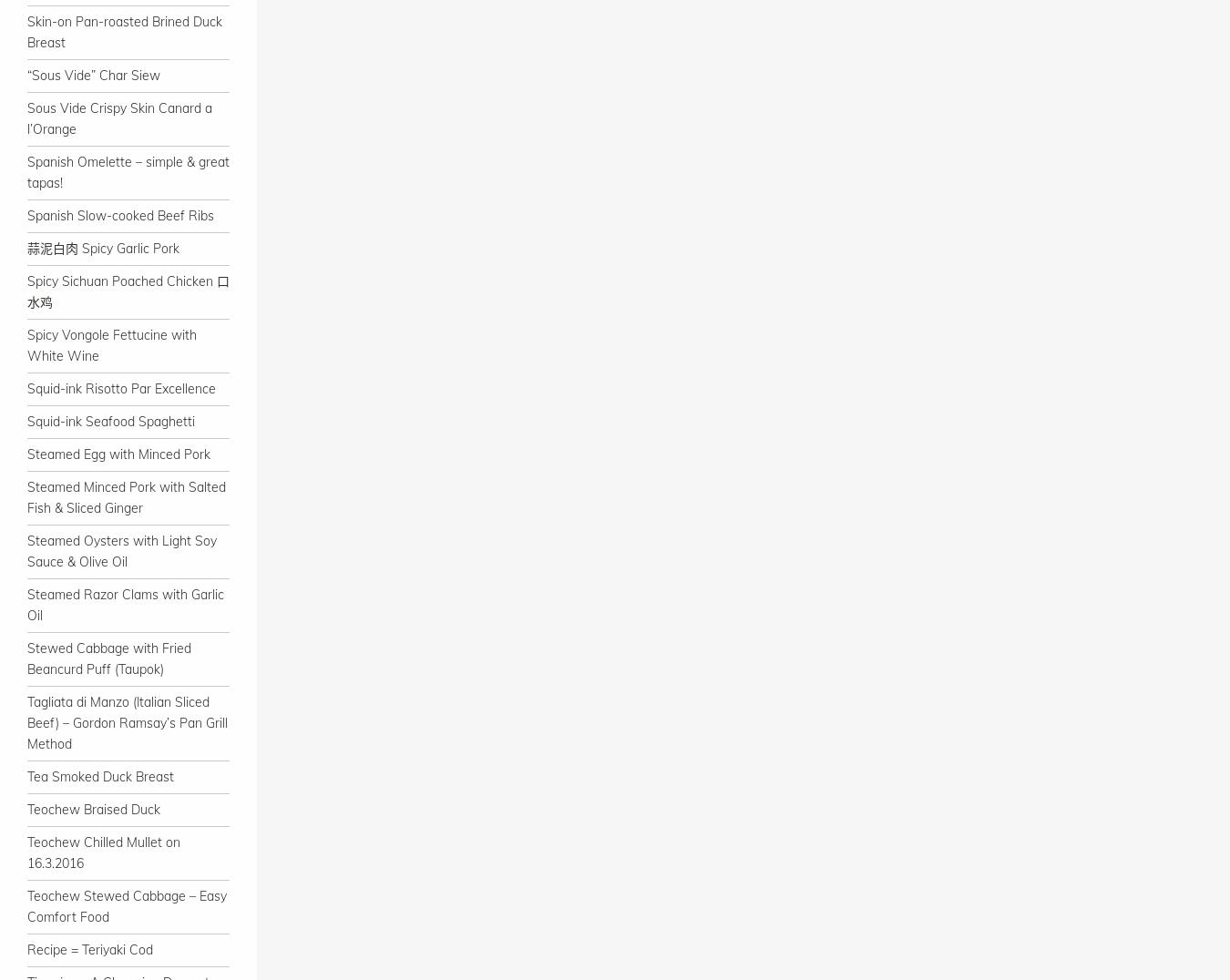  I want to click on 'Teochew Stewed Cabbage – Easy Comfort Food', so click(127, 905).